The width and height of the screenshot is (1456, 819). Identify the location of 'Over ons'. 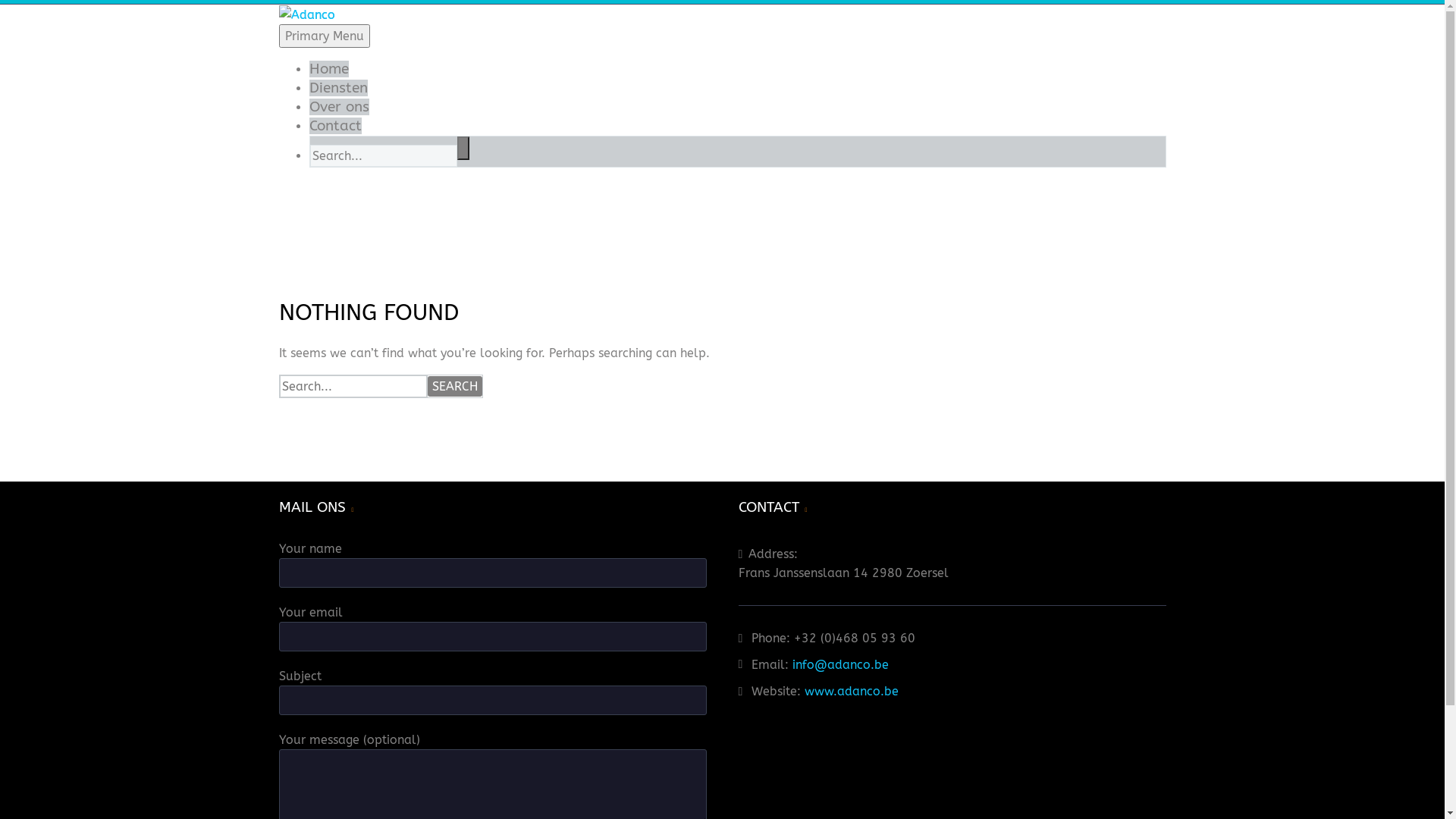
(338, 106).